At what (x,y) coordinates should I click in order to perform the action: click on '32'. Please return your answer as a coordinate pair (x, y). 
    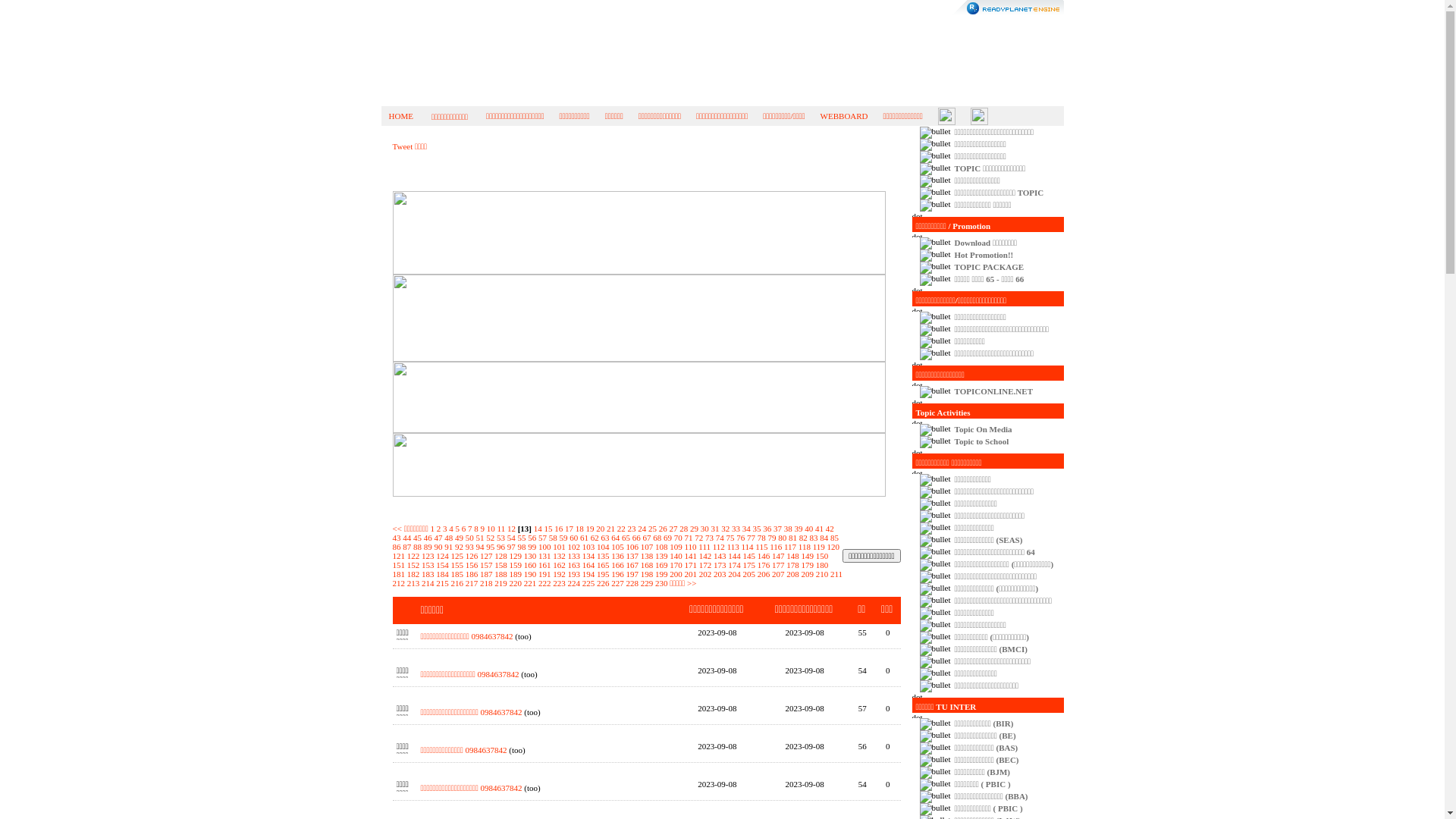
    Looking at the image, I should click on (724, 528).